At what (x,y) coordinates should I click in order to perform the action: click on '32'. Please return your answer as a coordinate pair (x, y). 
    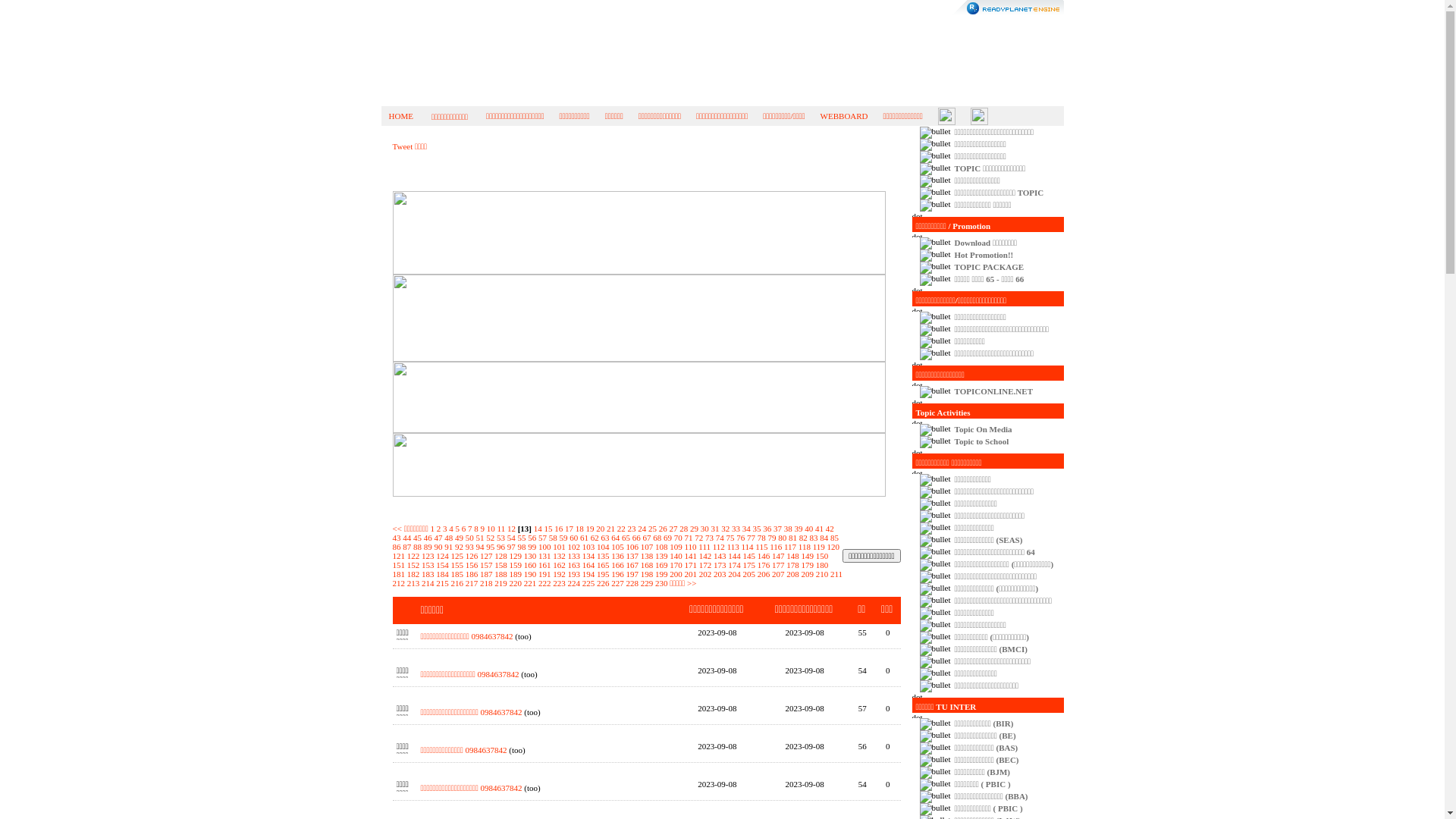
    Looking at the image, I should click on (724, 528).